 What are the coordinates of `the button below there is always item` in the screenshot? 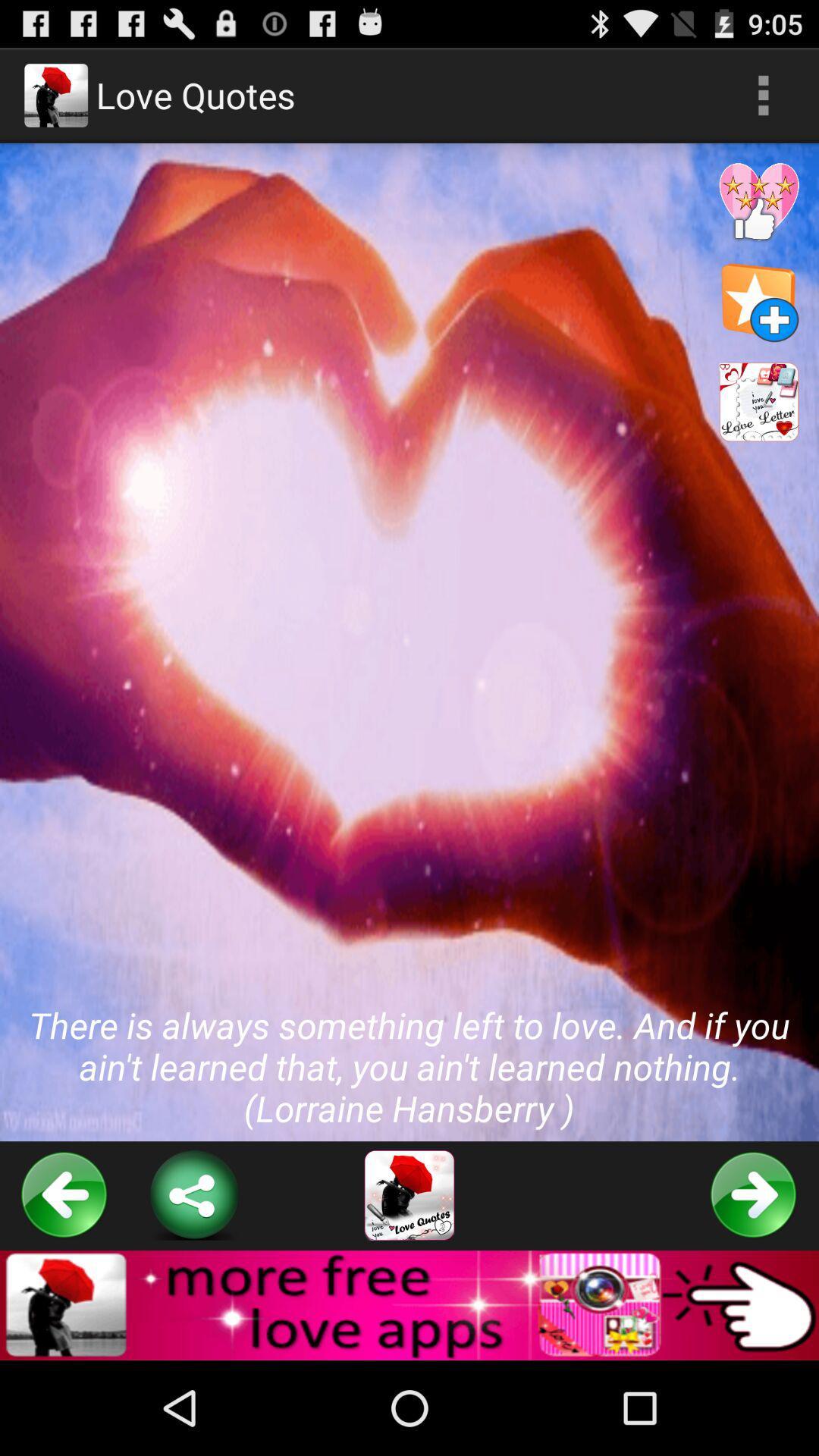 It's located at (409, 1194).